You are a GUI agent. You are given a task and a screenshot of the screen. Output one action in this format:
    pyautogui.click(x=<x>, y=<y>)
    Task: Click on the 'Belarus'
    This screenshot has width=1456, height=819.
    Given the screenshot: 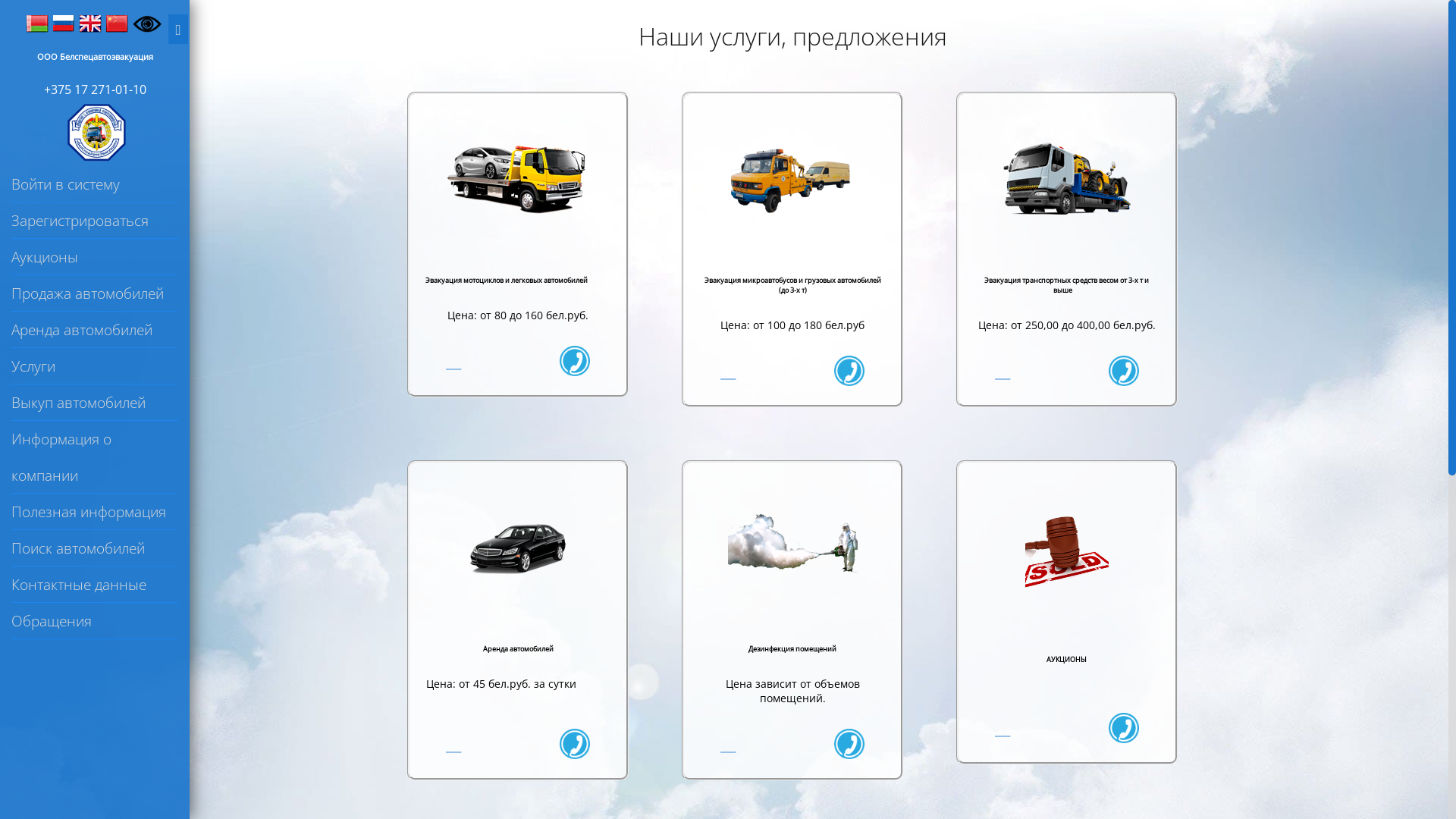 What is the action you would take?
    pyautogui.click(x=37, y=24)
    